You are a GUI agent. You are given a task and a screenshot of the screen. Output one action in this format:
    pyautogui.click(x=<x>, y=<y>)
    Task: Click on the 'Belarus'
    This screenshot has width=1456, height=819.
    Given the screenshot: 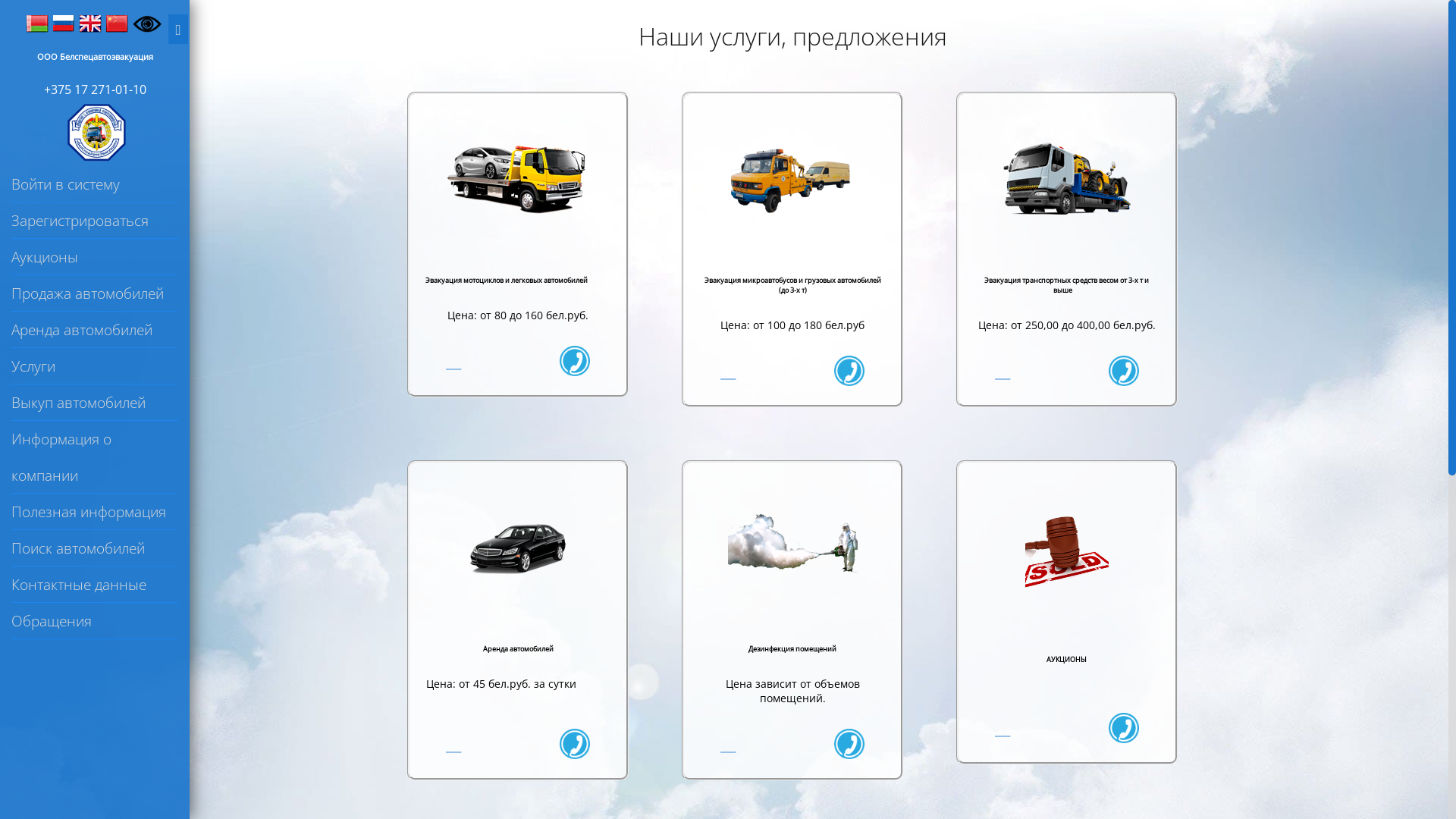 What is the action you would take?
    pyautogui.click(x=37, y=24)
    